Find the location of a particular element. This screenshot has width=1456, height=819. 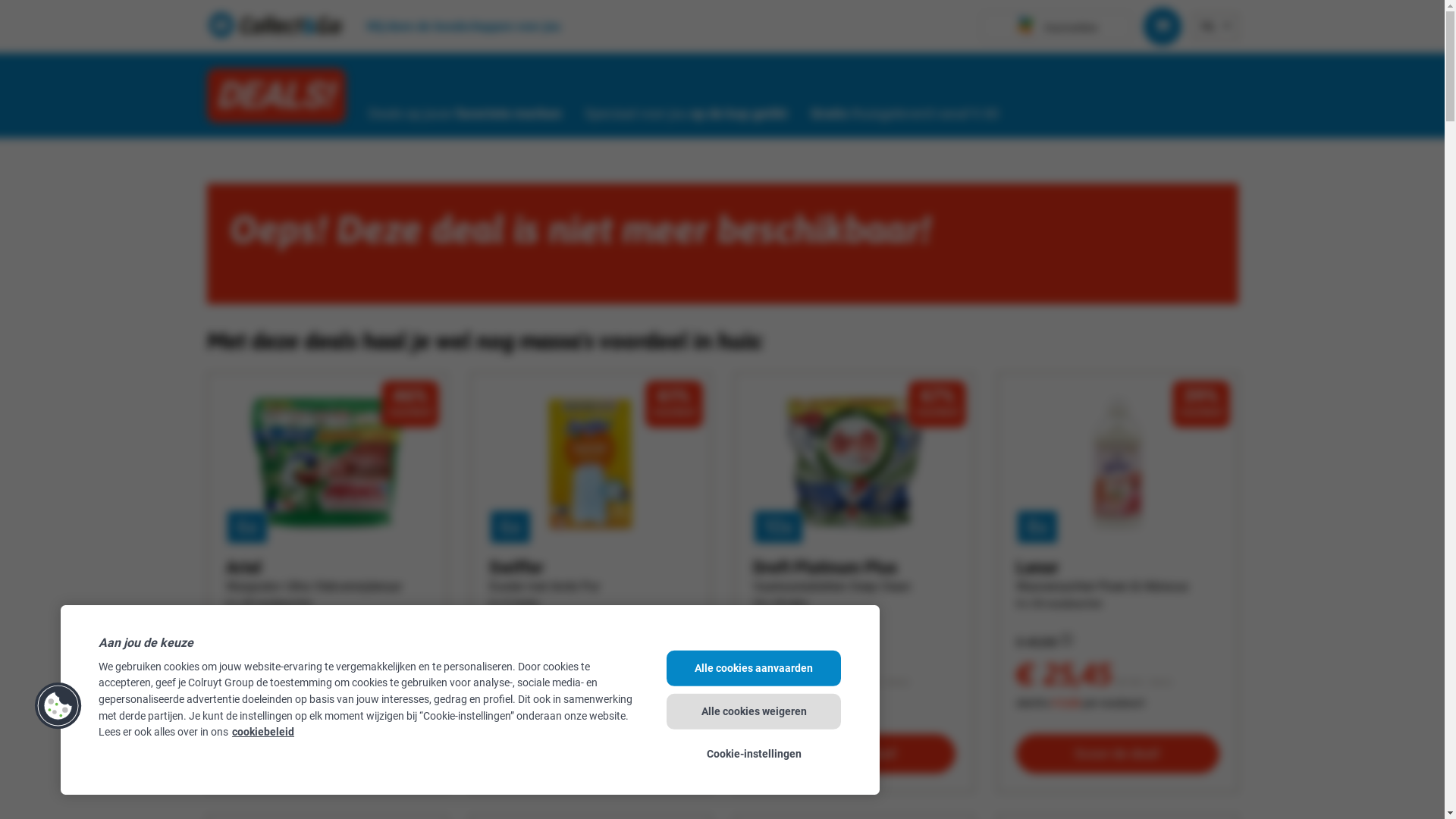

'Alle cookies weigeren' is located at coordinates (753, 711).